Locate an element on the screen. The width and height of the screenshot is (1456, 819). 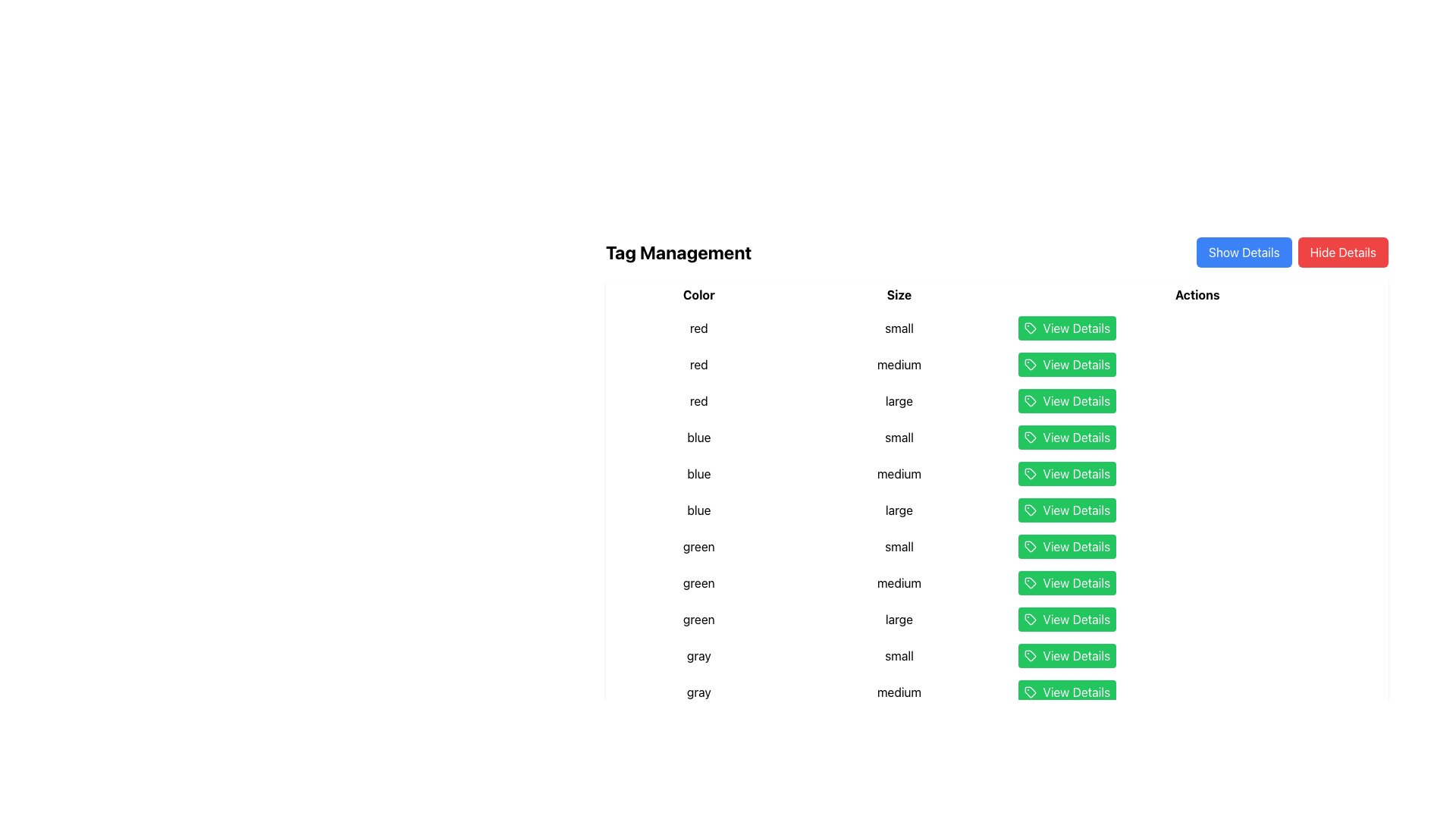
static text label displaying the attribute 'red' in the color-size table using developer tools is located at coordinates (698, 327).